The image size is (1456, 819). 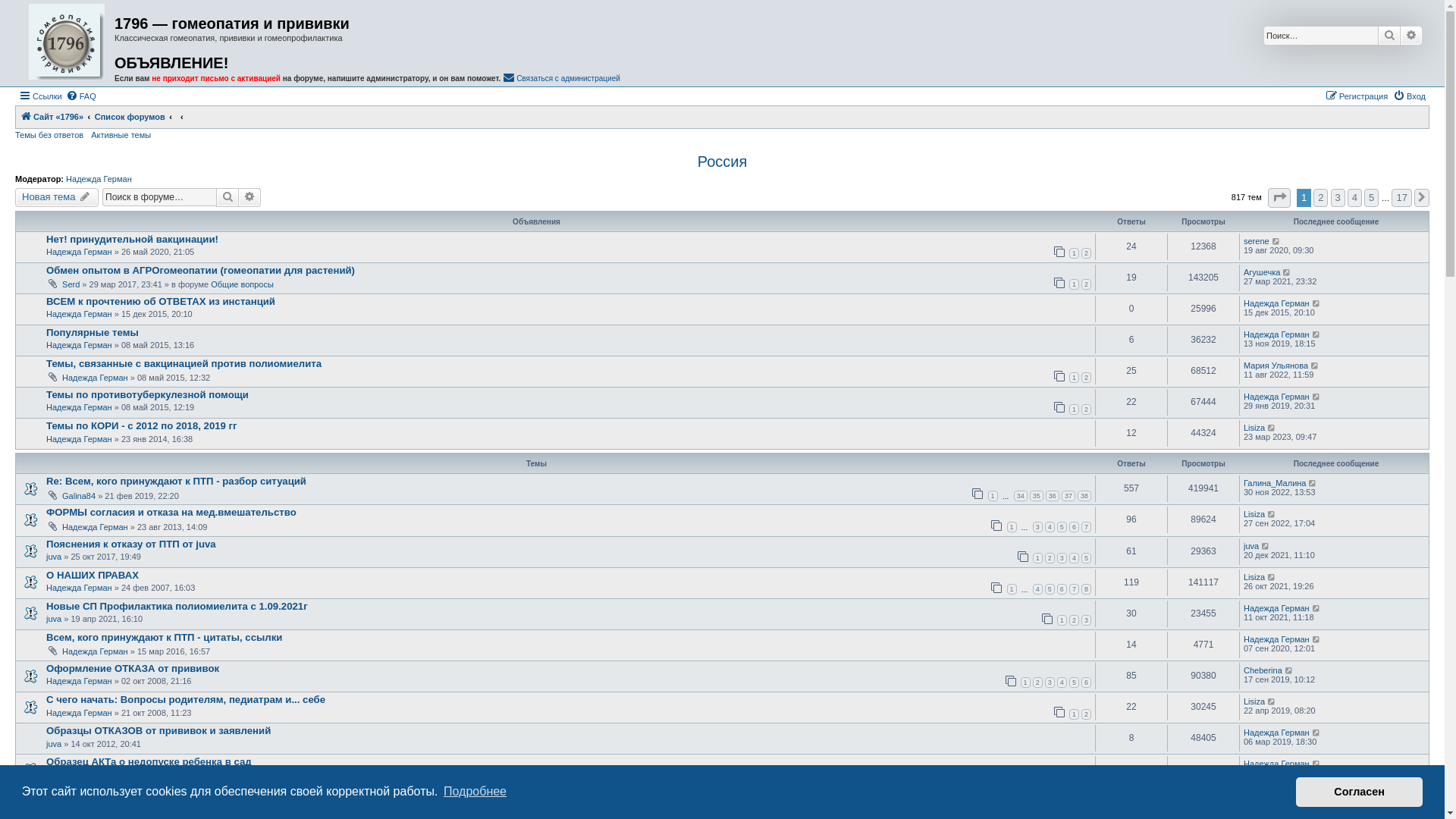 I want to click on '1', so click(x=1068, y=284).